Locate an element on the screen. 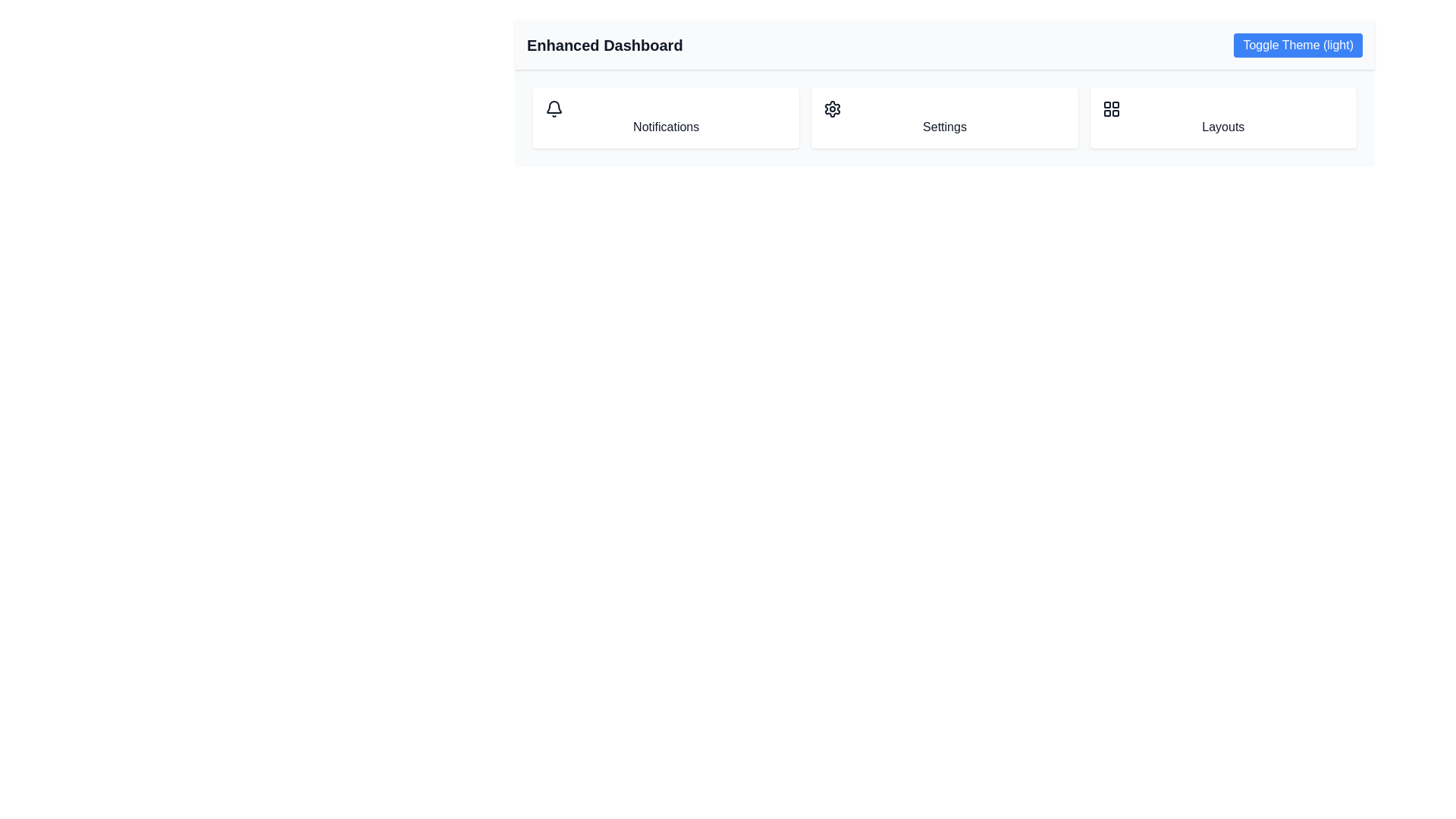 This screenshot has width=1456, height=819. the Notifications dashboard module is located at coordinates (666, 117).